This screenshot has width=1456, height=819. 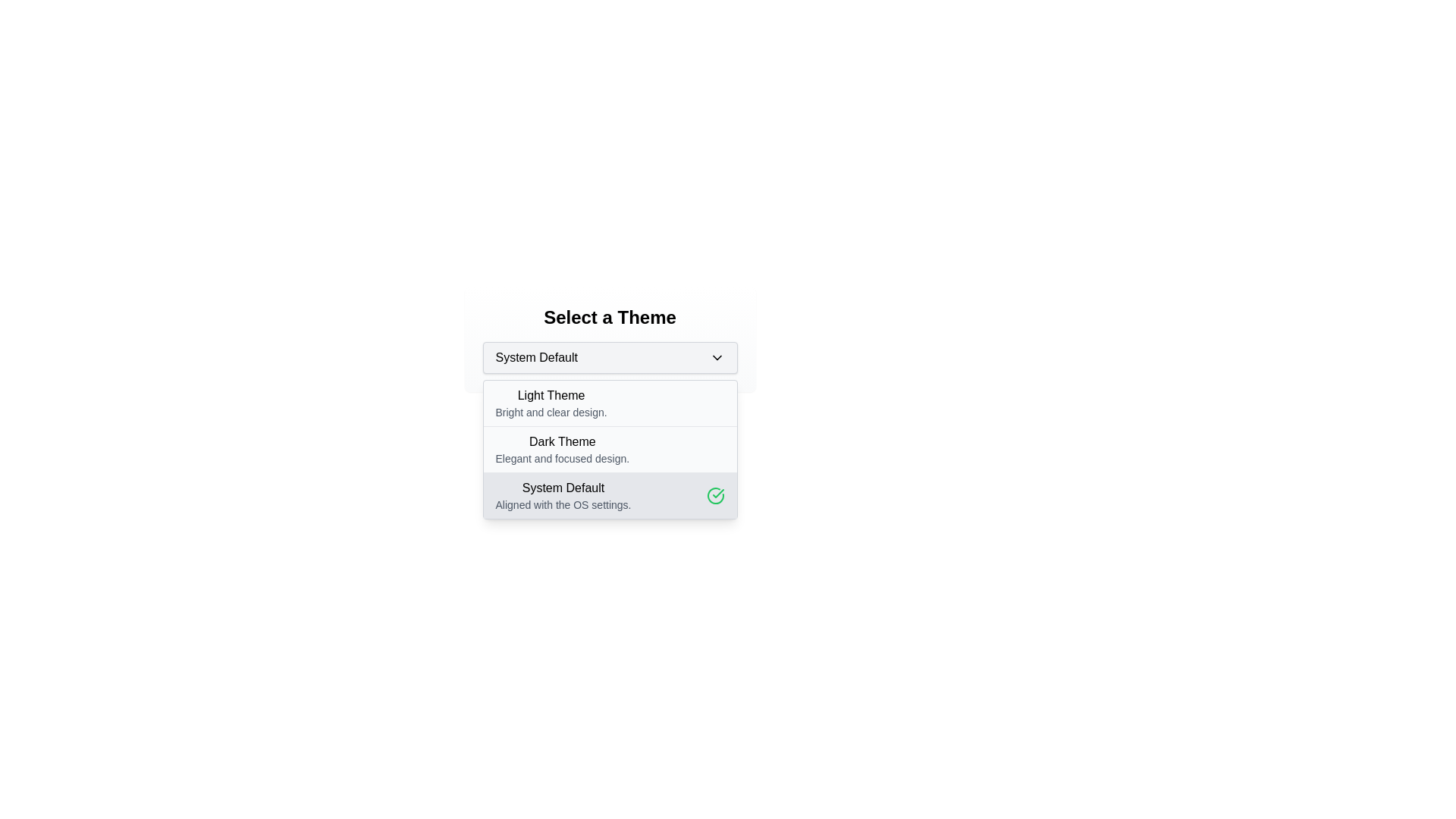 What do you see at coordinates (563, 496) in the screenshot?
I see `the third option in the 'Select a Theme' dropdown menu` at bounding box center [563, 496].